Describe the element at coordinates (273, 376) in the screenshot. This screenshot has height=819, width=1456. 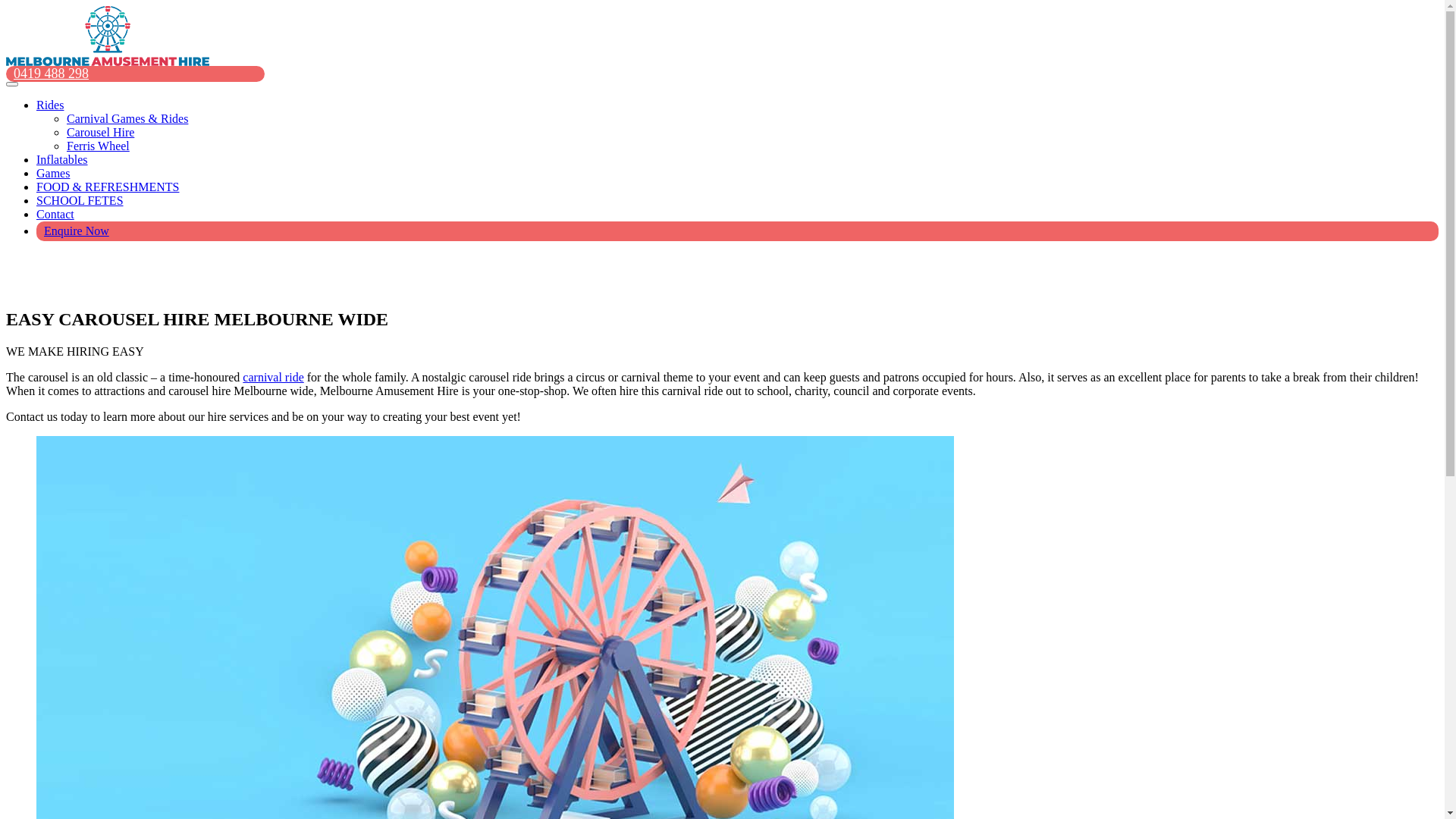
I see `'carnival ride'` at that location.